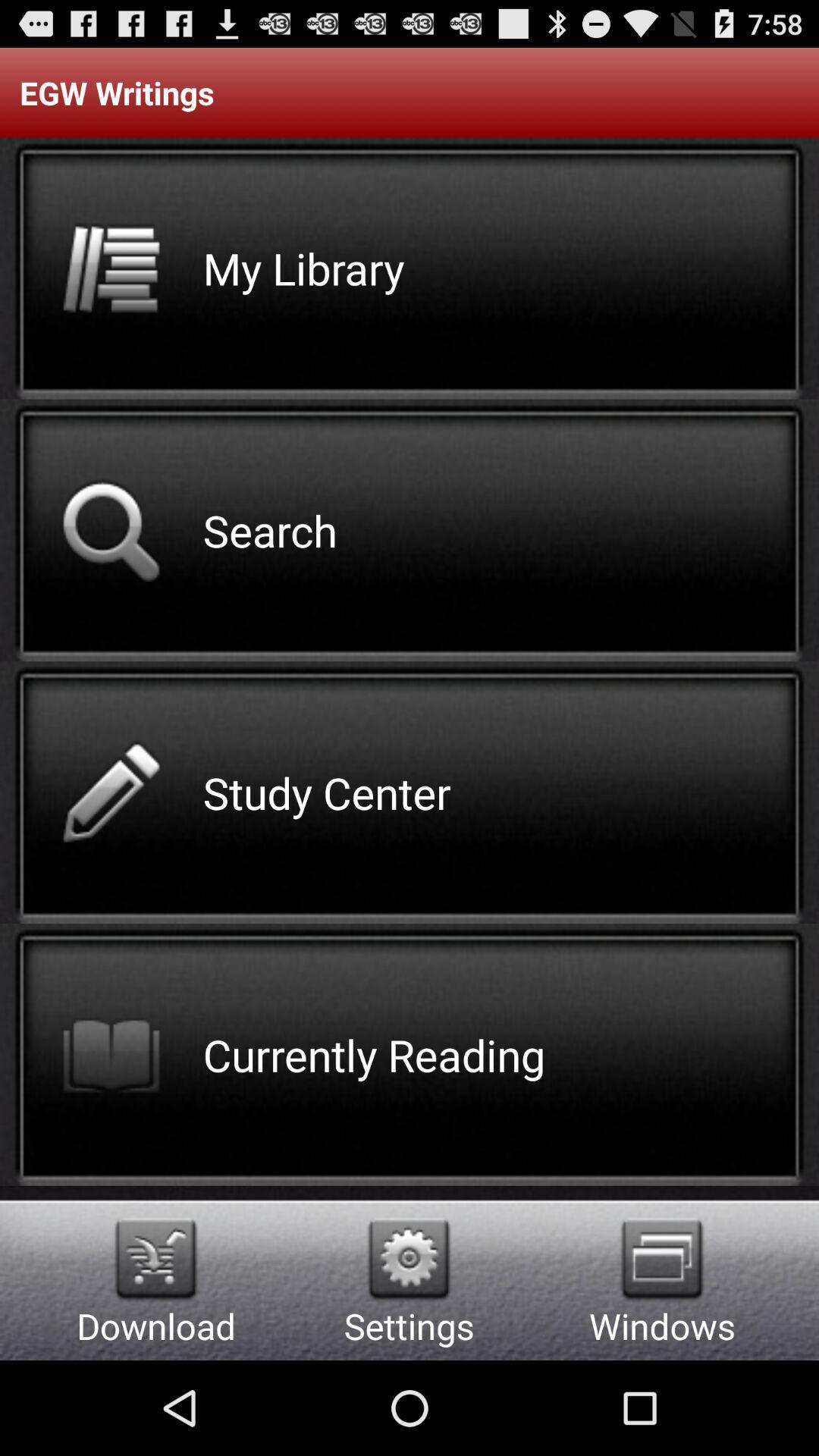  Describe the element at coordinates (155, 1259) in the screenshot. I see `app above download app` at that location.